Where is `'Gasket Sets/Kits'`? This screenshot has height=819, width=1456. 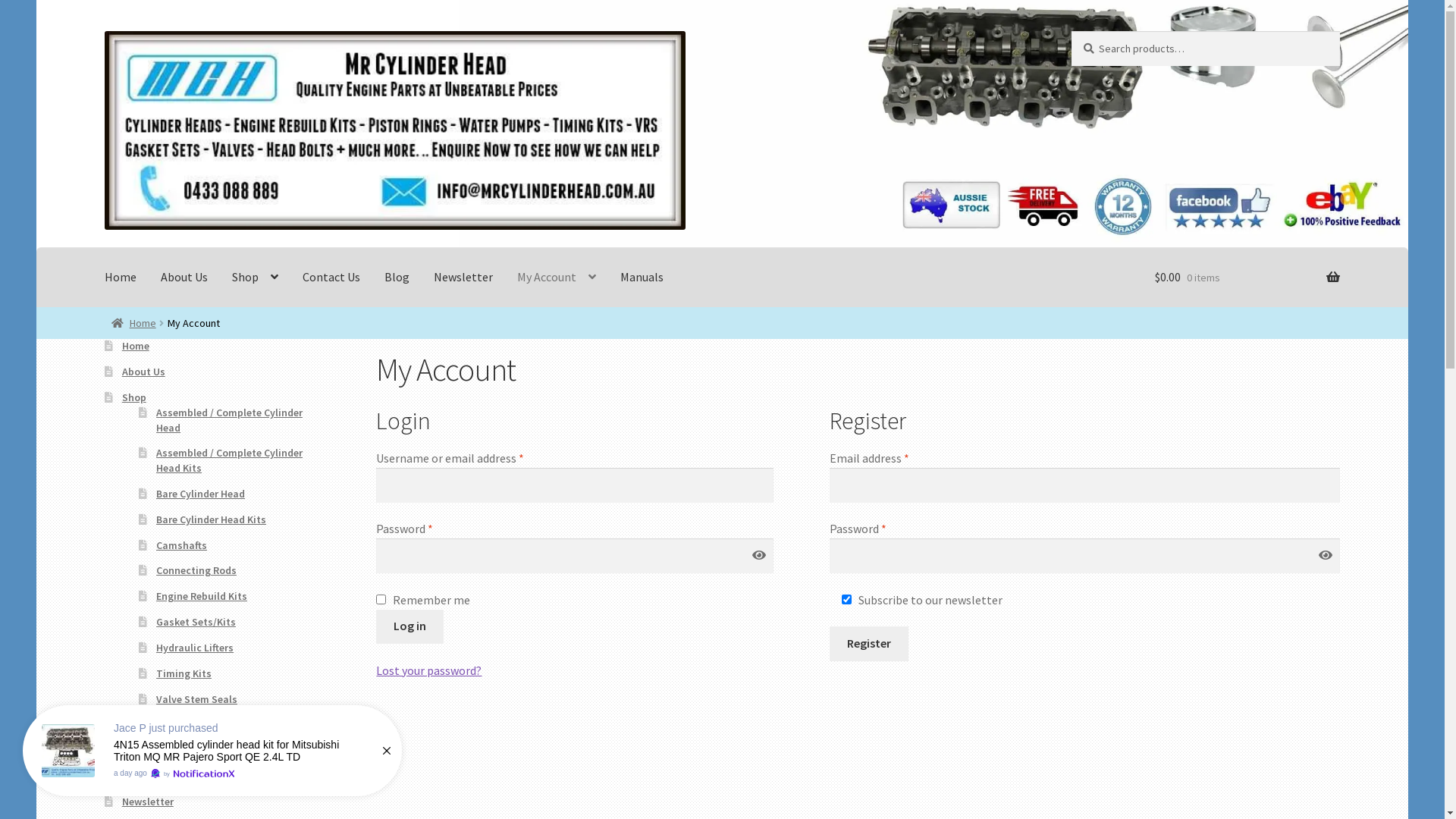
'Gasket Sets/Kits' is located at coordinates (195, 622).